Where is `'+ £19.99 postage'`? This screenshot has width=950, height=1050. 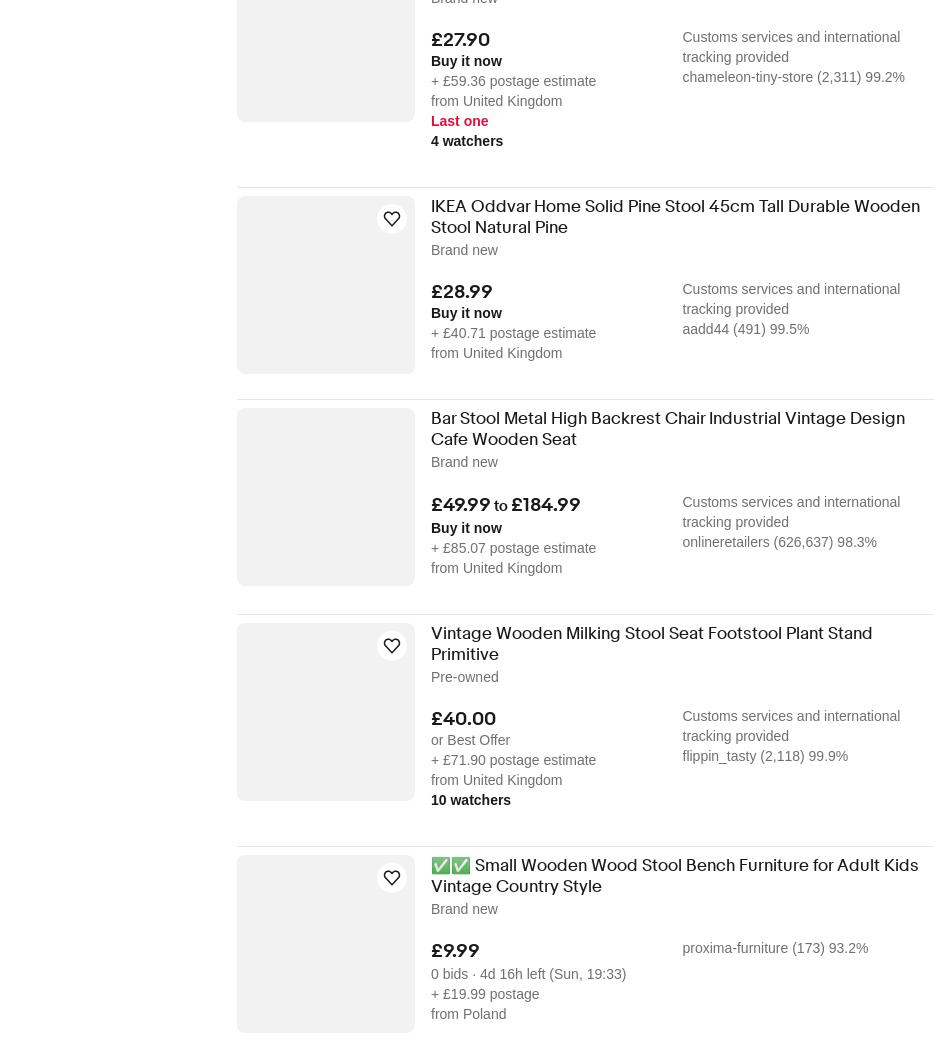
'+ £19.99 postage' is located at coordinates (484, 992).